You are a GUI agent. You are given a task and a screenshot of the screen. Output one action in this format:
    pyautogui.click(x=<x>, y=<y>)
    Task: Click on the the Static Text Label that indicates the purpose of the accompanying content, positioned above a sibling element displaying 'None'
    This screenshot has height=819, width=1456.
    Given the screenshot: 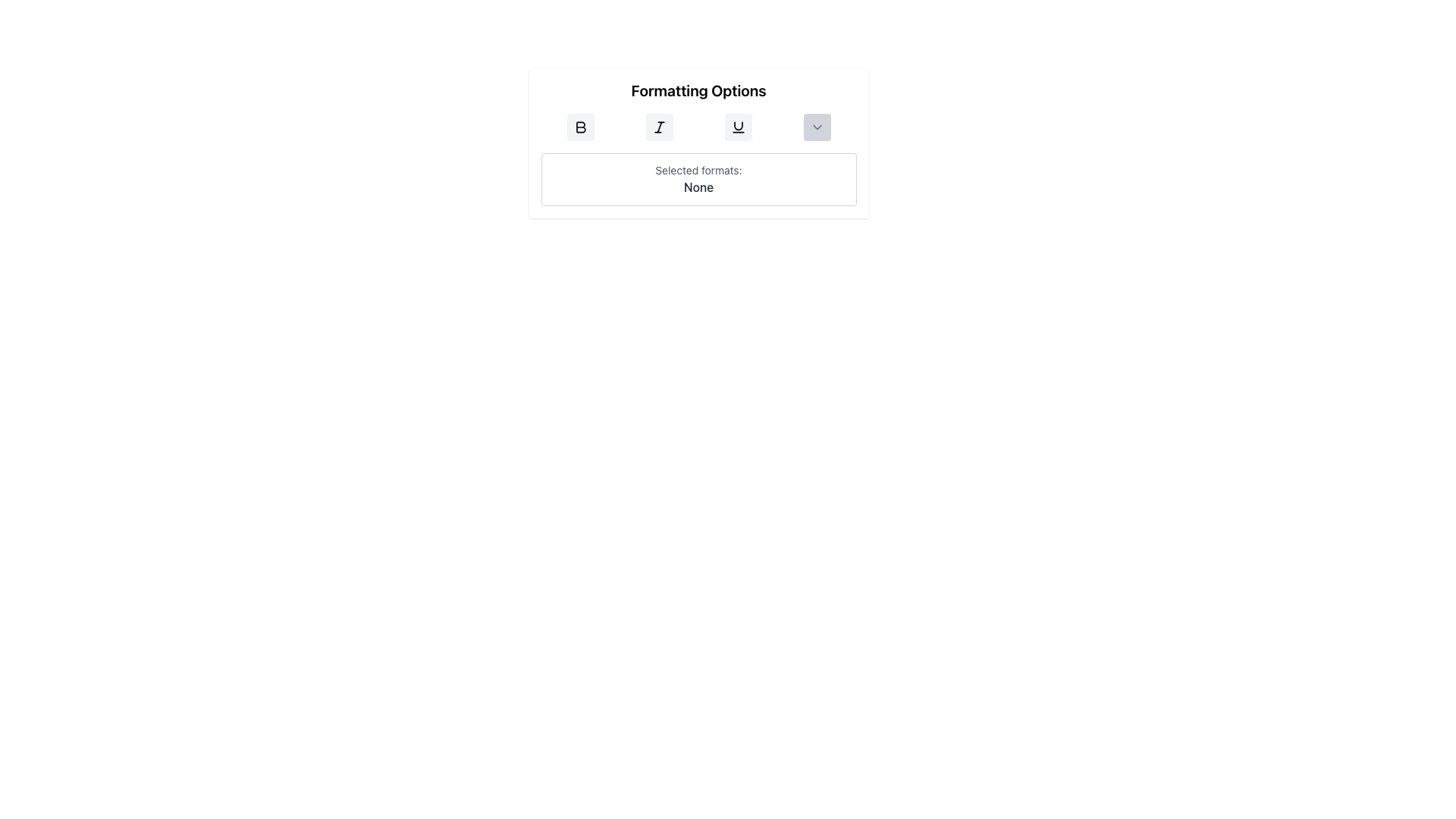 What is the action you would take?
    pyautogui.click(x=698, y=170)
    